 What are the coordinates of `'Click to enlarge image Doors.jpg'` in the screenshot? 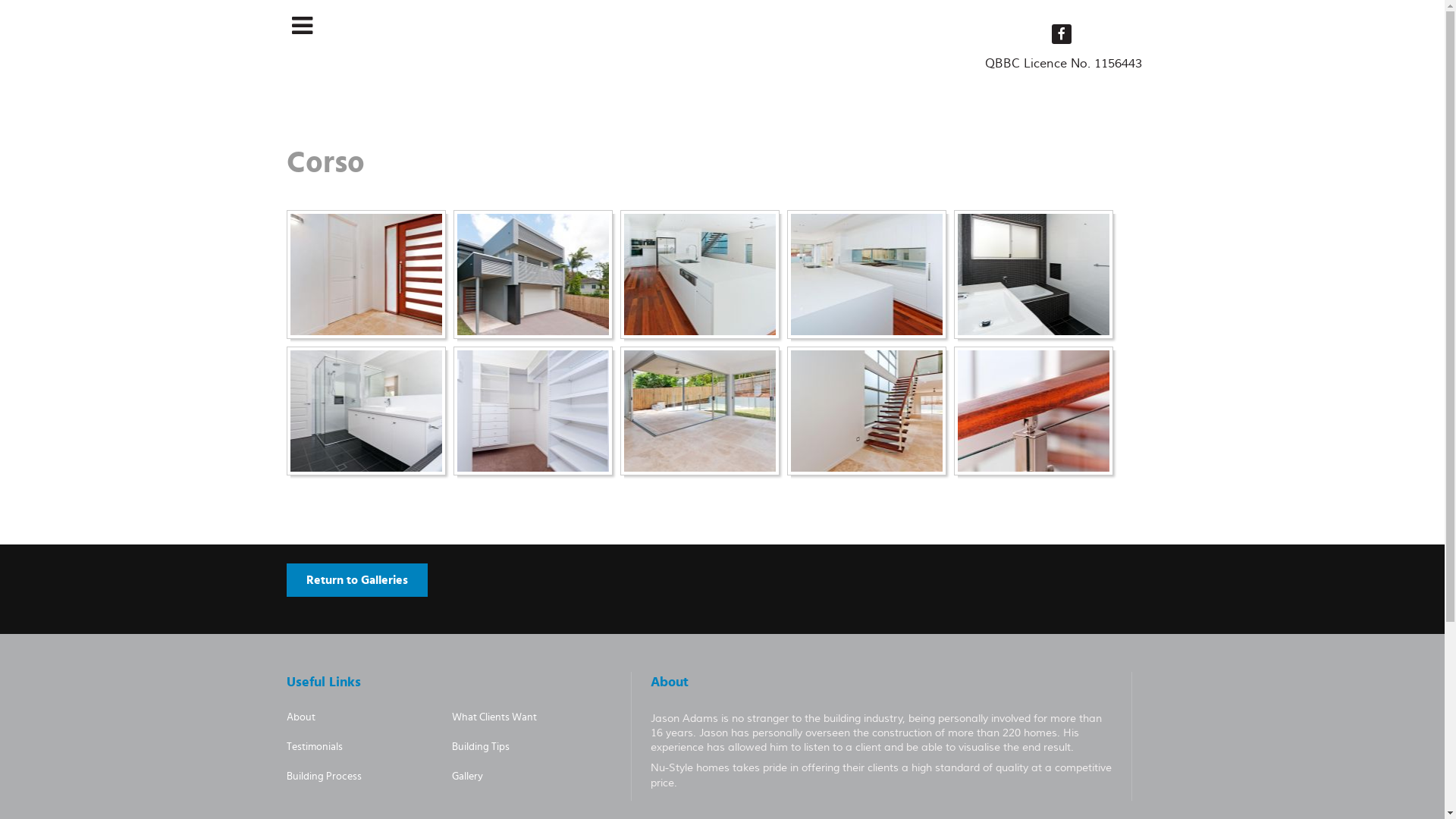 It's located at (365, 275).